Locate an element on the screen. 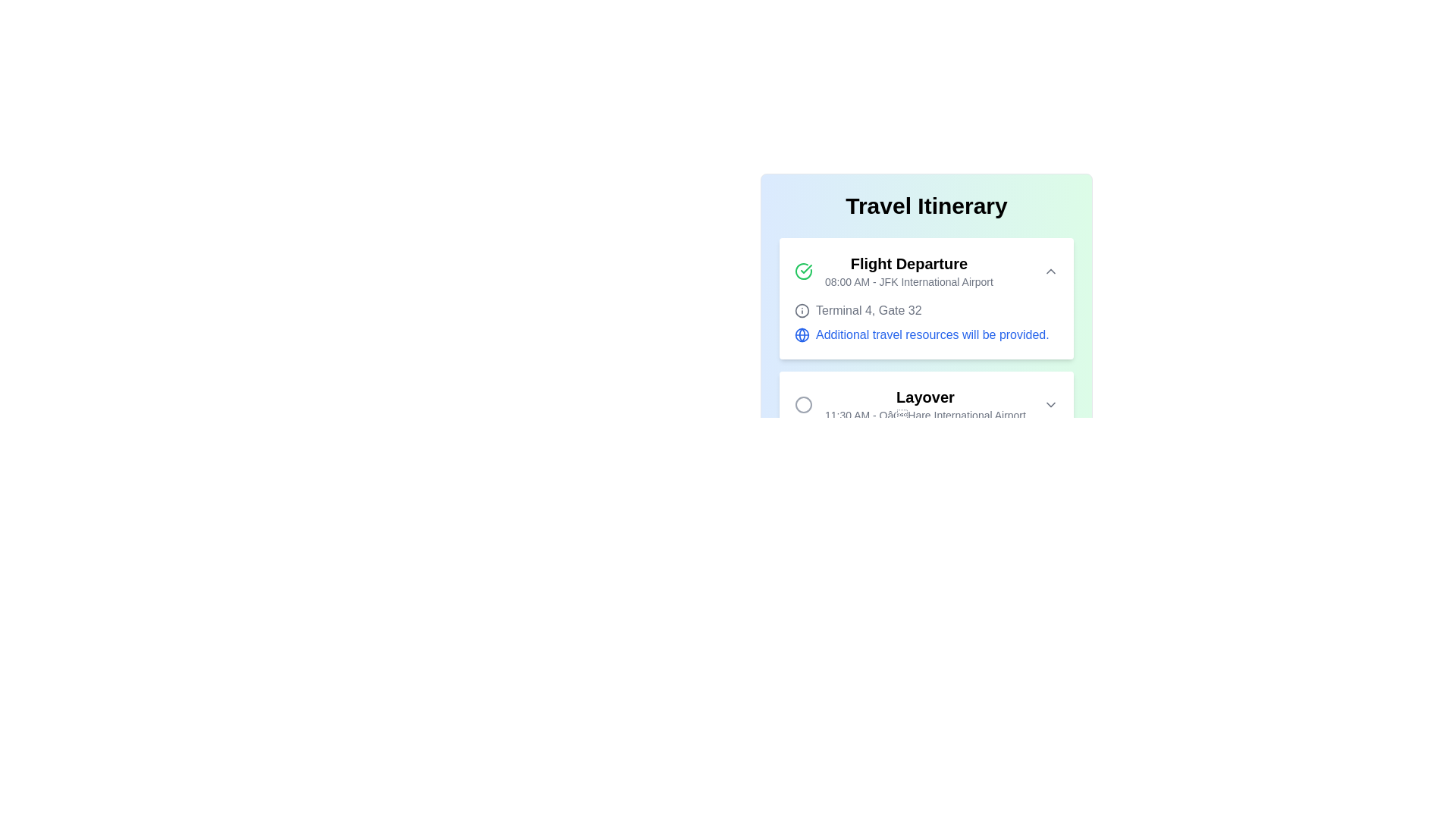  the icon associated with the text 'Terminal 4, Gate 32' is located at coordinates (801, 309).